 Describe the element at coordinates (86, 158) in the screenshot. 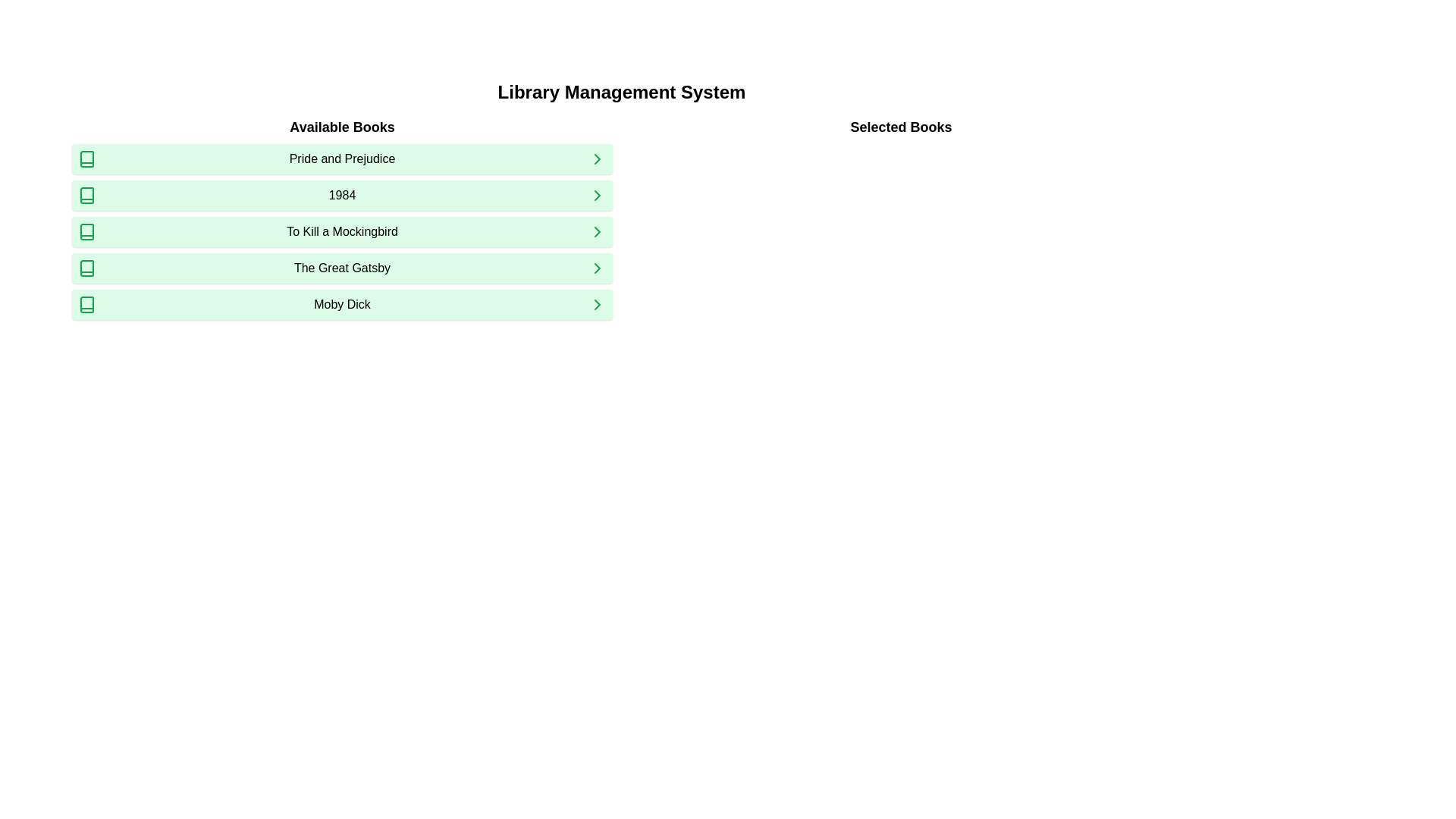

I see `the green book icon located in the first row of the 'Available Books' list, positioned to the left of the text 'Pride and Prejudice'` at that location.